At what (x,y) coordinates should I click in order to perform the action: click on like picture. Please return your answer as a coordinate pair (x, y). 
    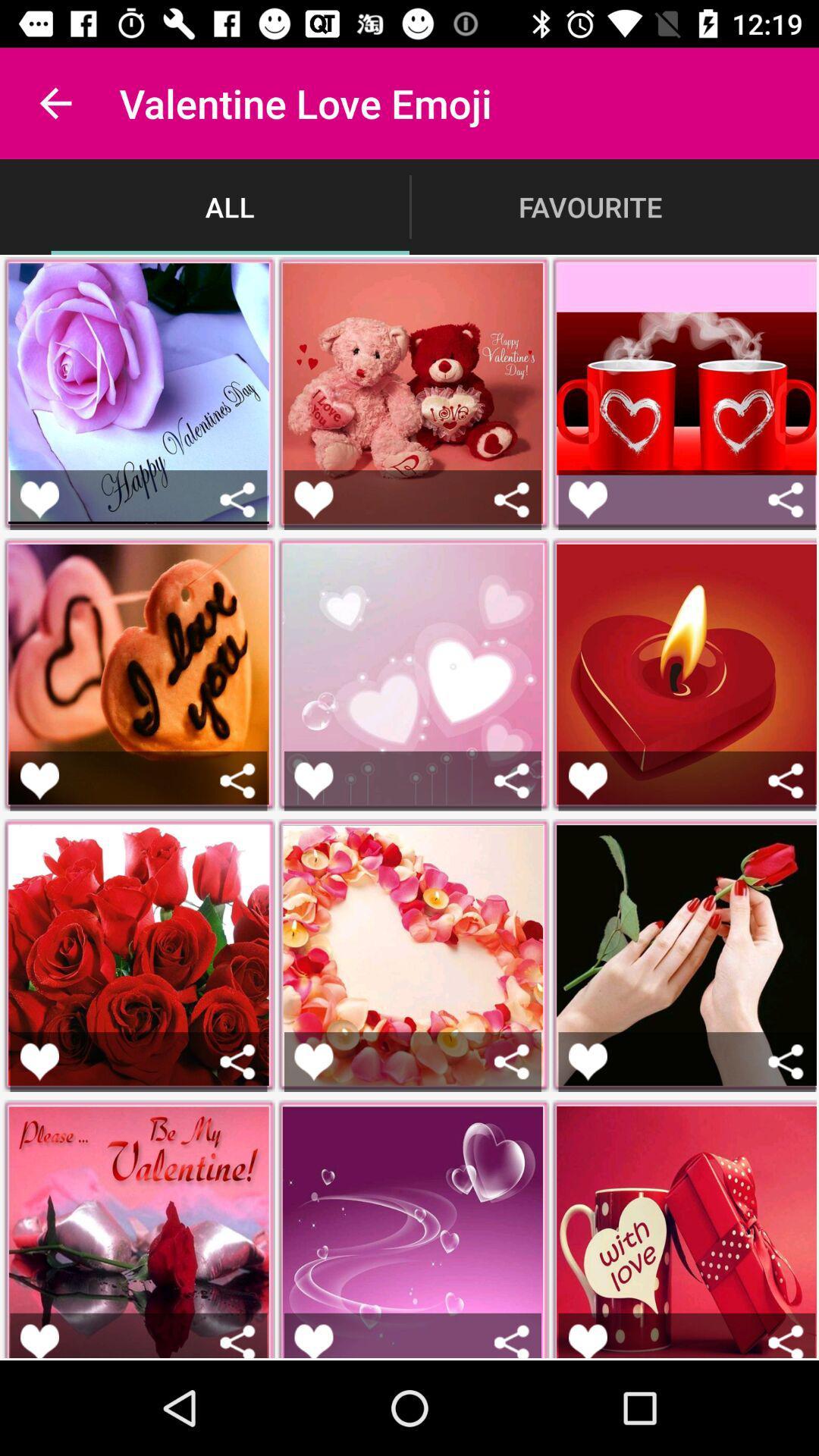
    Looking at the image, I should click on (587, 780).